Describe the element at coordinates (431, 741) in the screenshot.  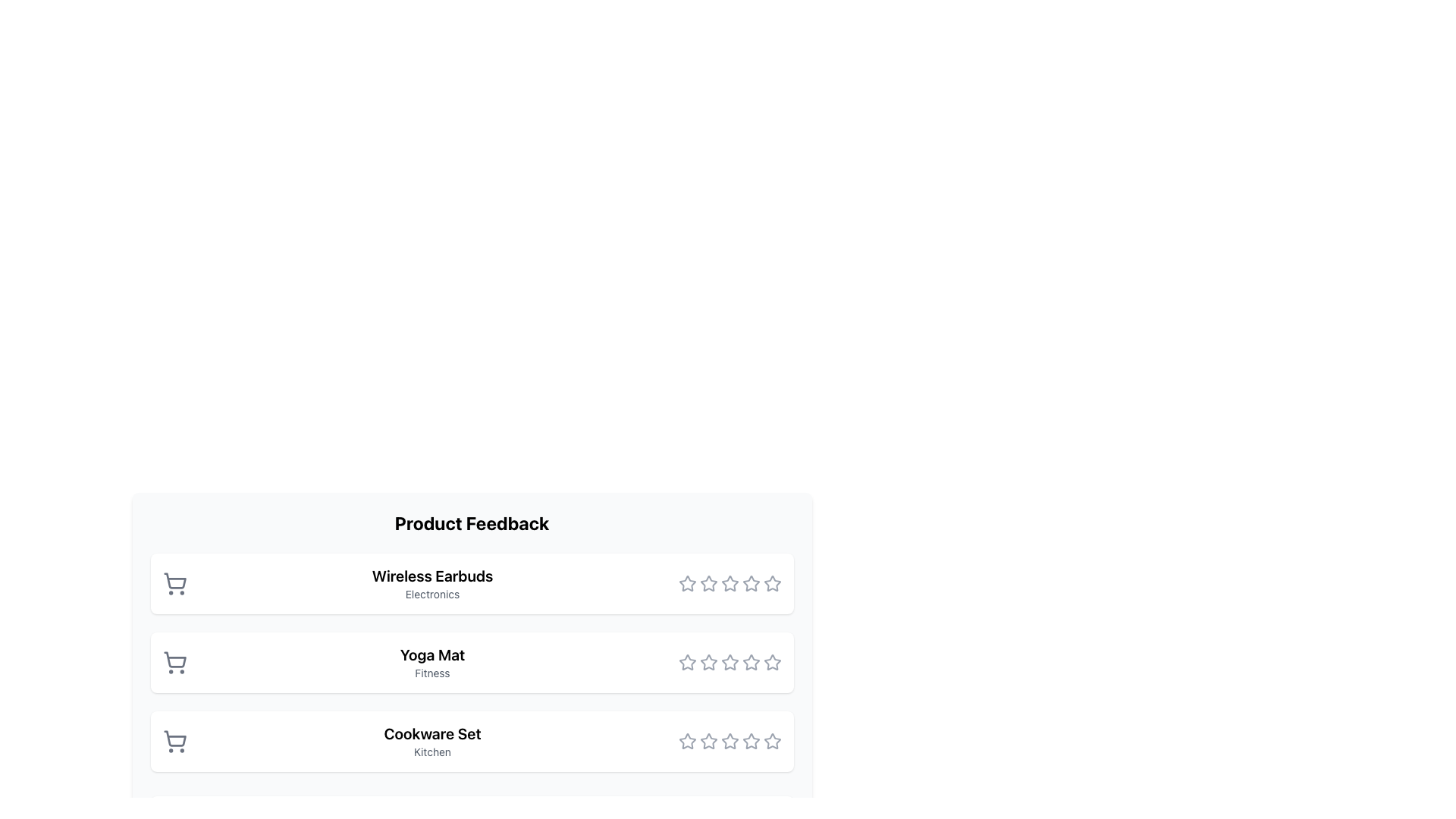
I see `the text label displaying 'Cookware Set' in bold and 'Kitchen' in smaller text, which is the third item in a vertically stacked list` at that location.